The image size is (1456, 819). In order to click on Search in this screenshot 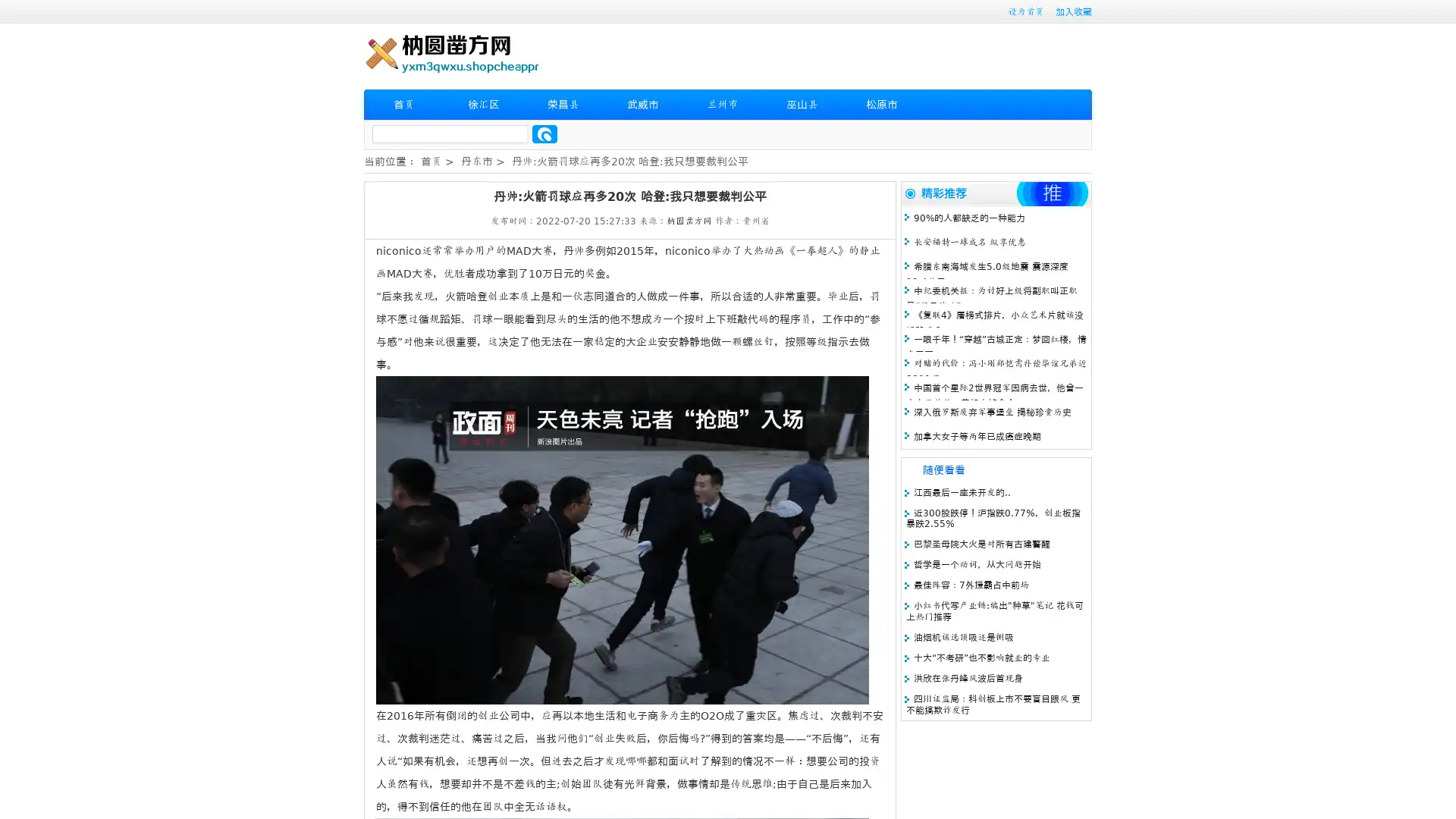, I will do `click(544, 133)`.